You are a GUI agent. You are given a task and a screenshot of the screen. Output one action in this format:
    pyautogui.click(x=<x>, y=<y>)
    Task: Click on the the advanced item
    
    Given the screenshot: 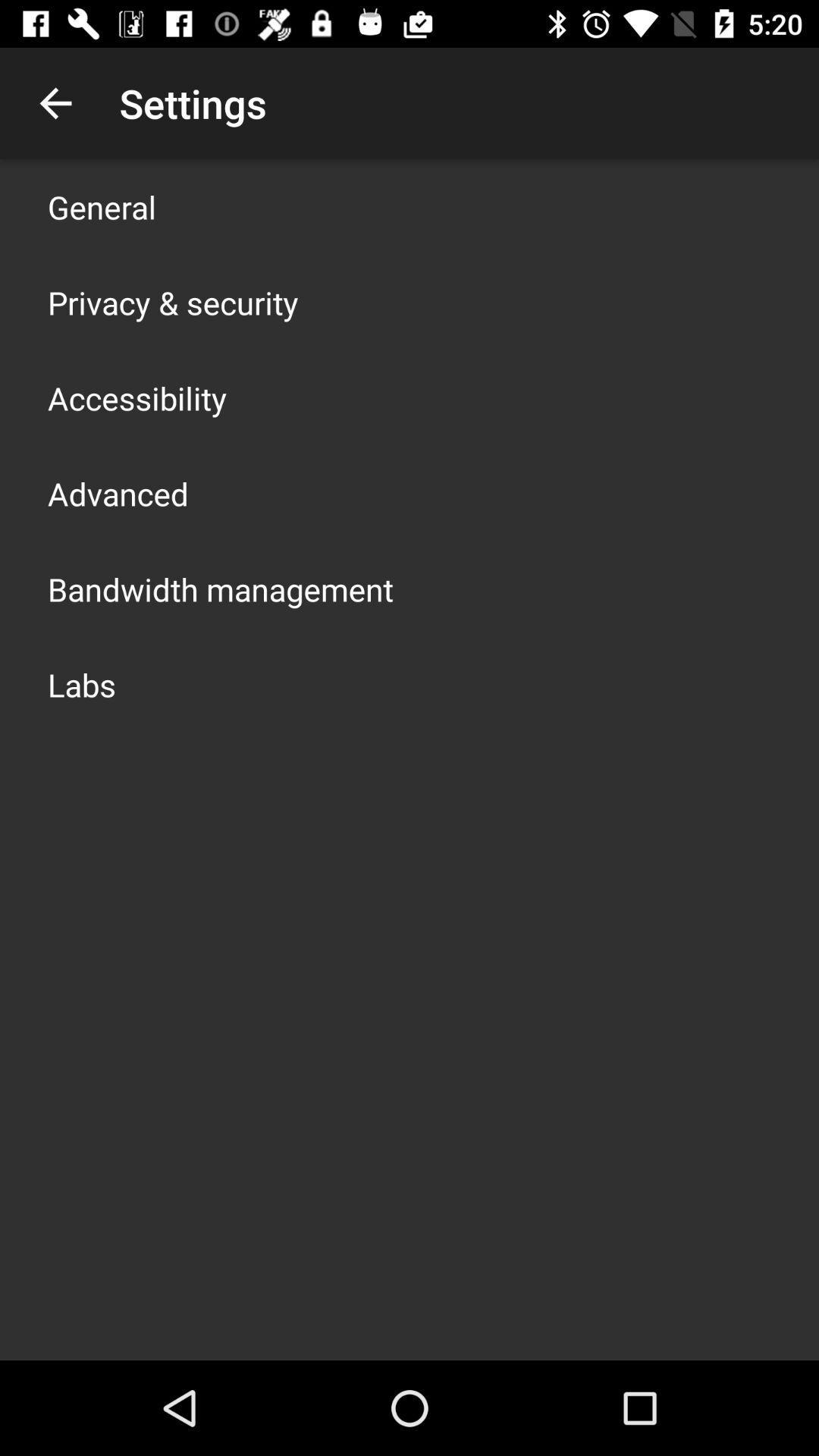 What is the action you would take?
    pyautogui.click(x=117, y=494)
    